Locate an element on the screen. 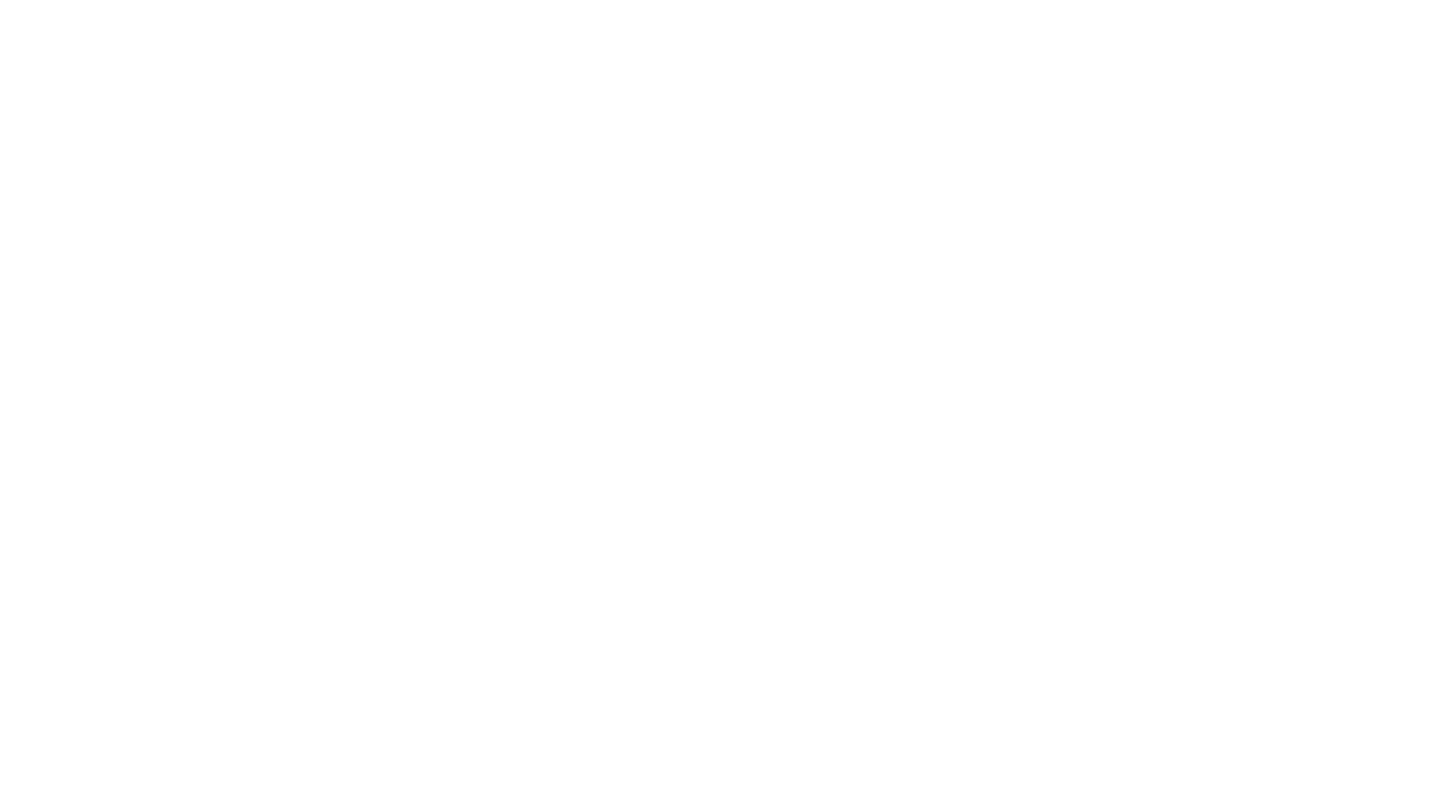 This screenshot has height=812, width=1456. 'by New Mexico Heart Institute vascular surgeons, Steven Henao and Richard Wilkerson.' is located at coordinates (531, 199).